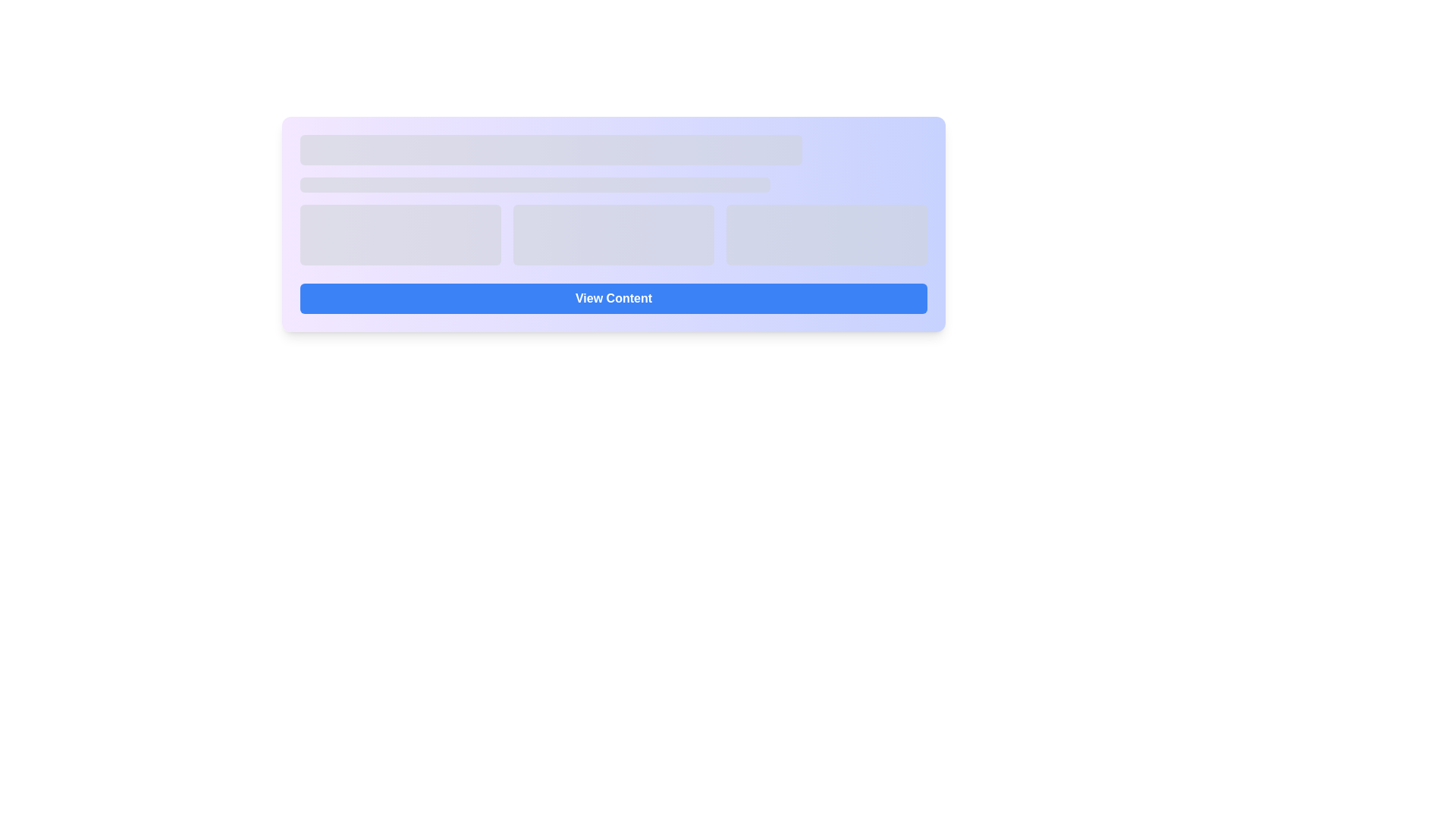 The image size is (1456, 819). What do you see at coordinates (613, 234) in the screenshot?
I see `the skeleton loading placeholder with a light gray background and rounded corners, which is the middle element in a row of three placeholders in a grid layout` at bounding box center [613, 234].